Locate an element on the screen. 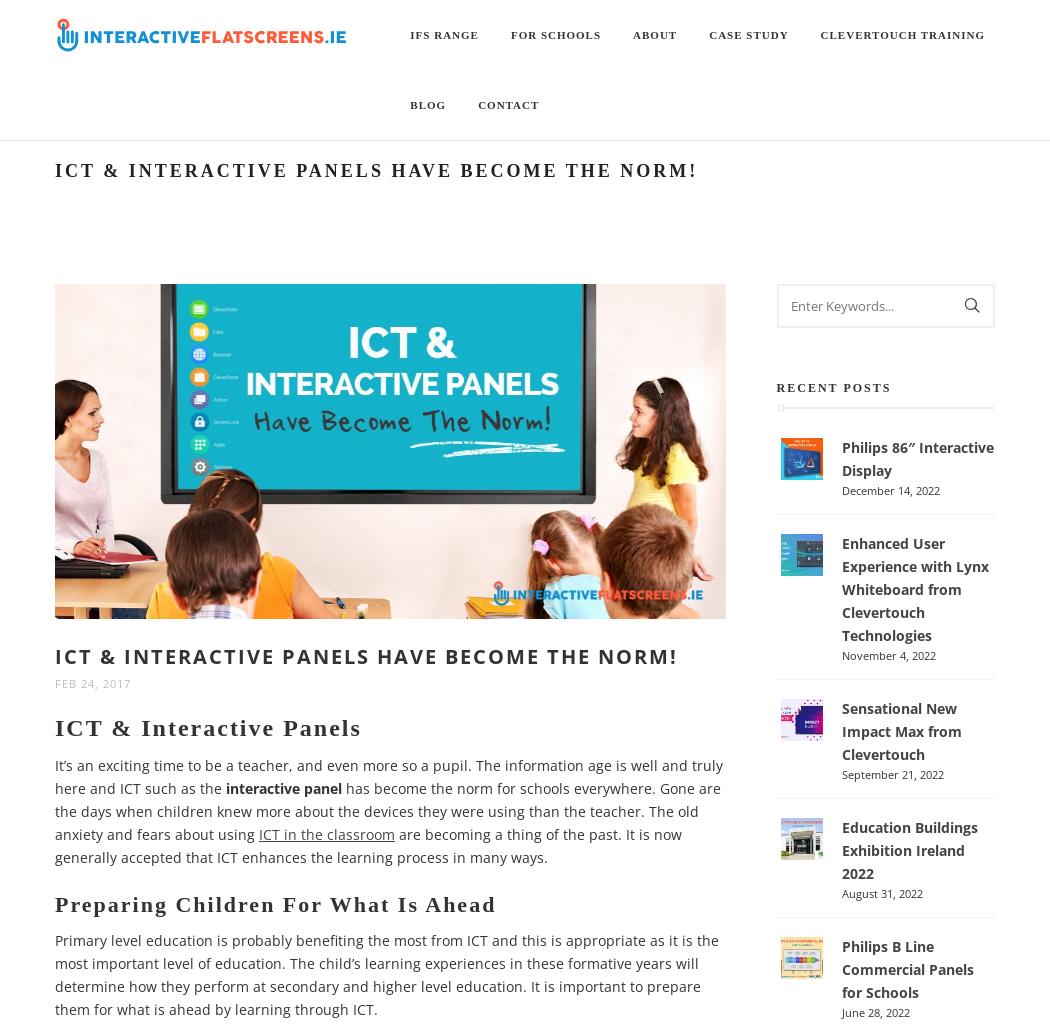  'Philips B Line Commercial Panels for Schools' is located at coordinates (906, 968).